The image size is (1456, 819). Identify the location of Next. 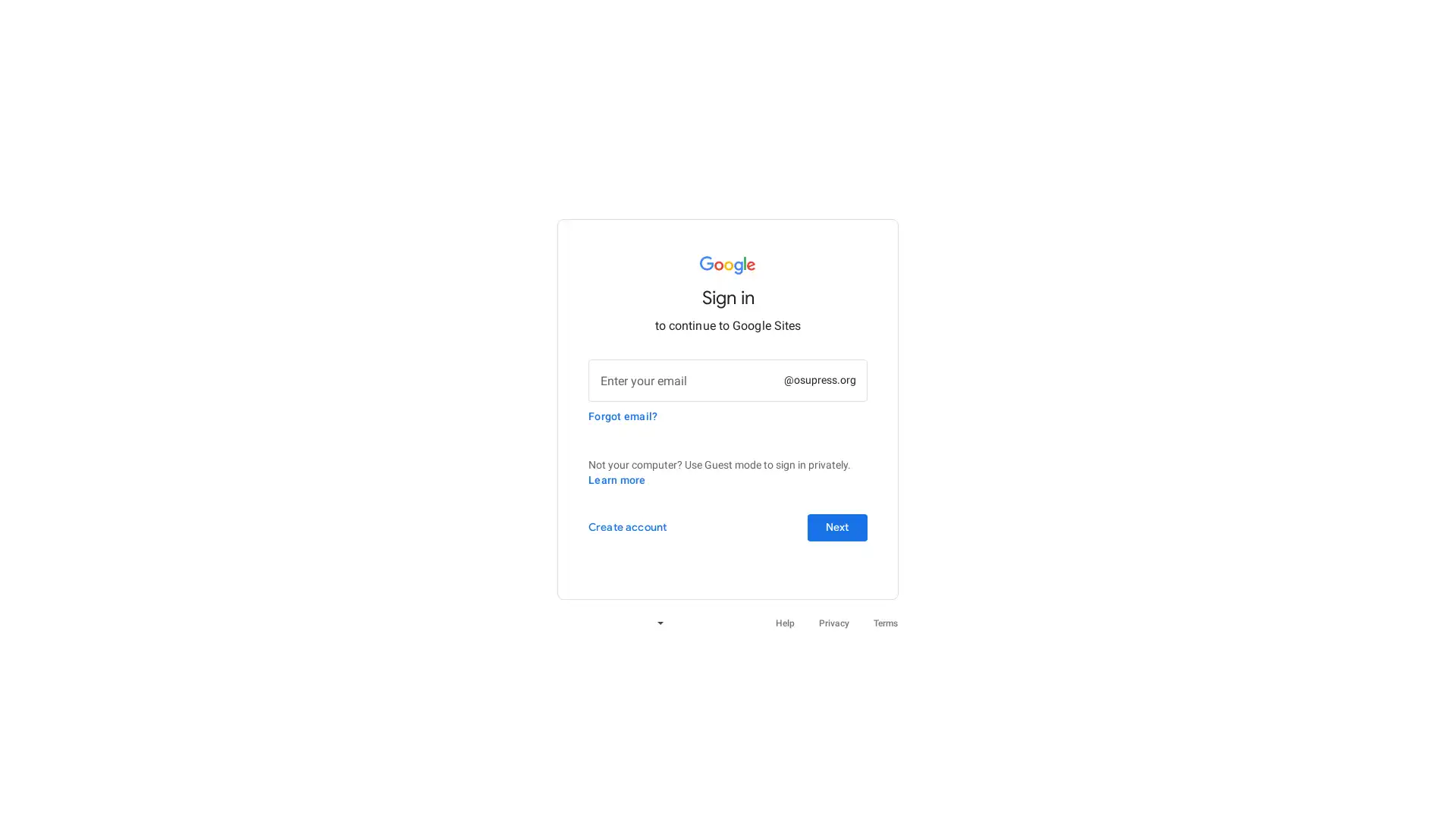
(836, 526).